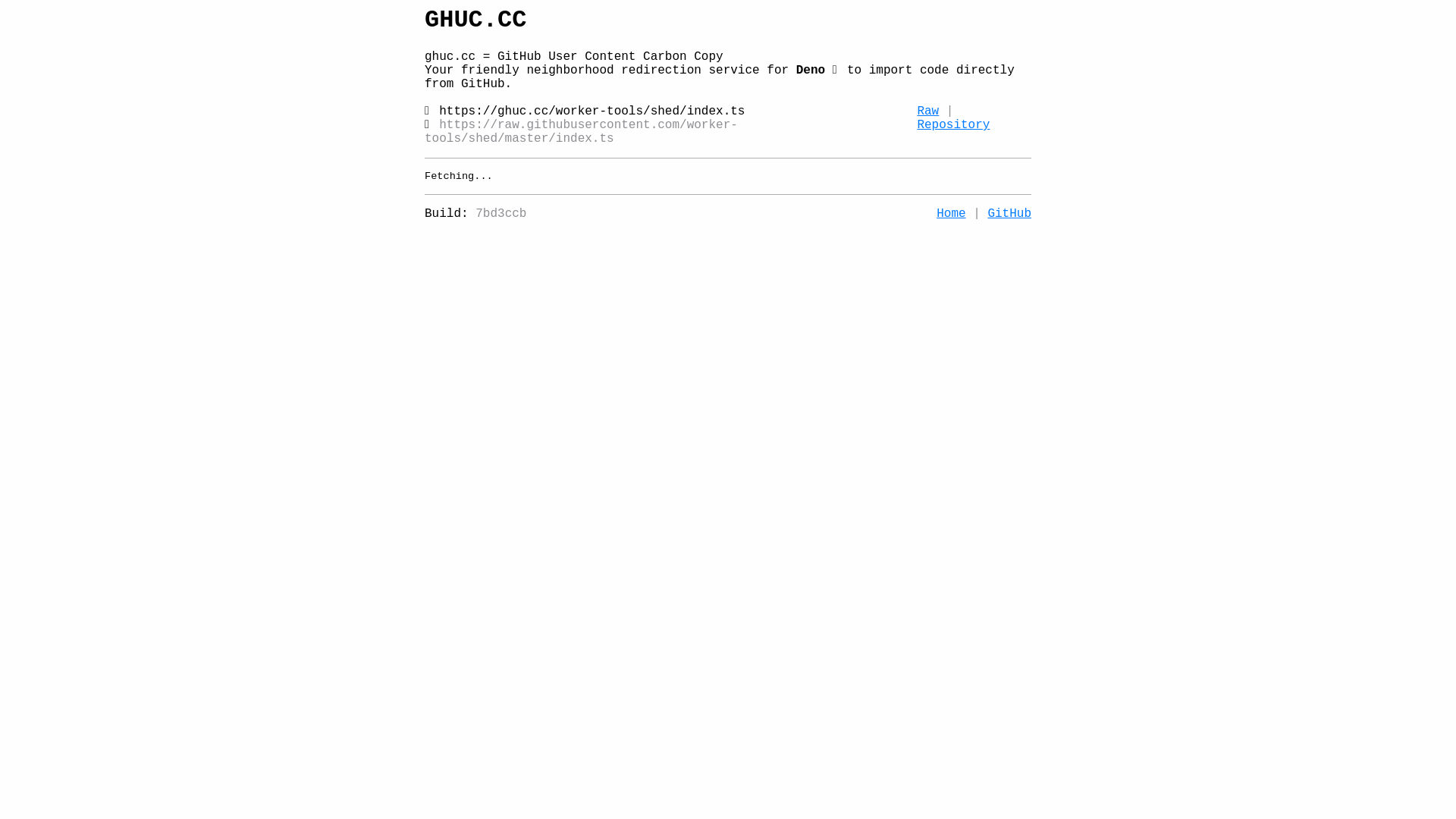 This screenshot has height=819, width=1456. What do you see at coordinates (927, 110) in the screenshot?
I see `'Raw'` at bounding box center [927, 110].